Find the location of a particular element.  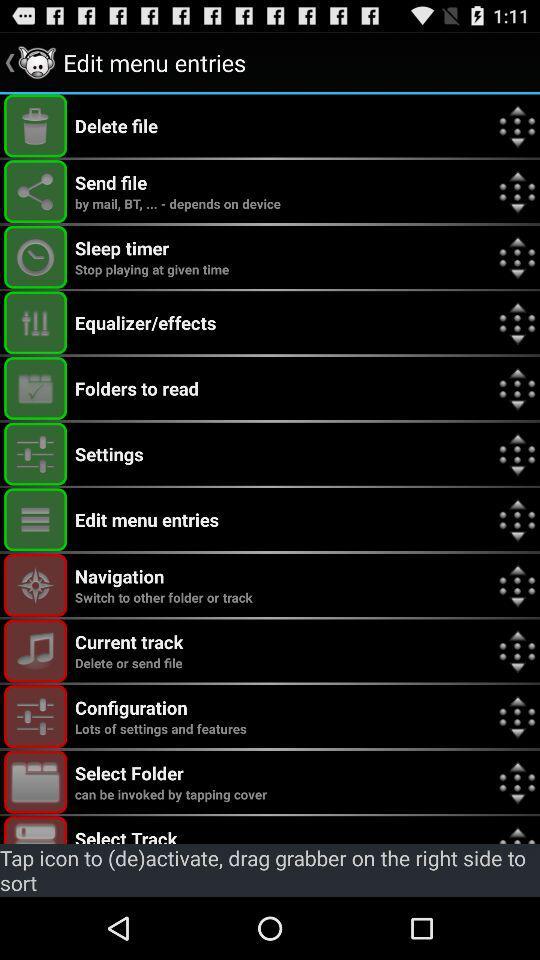

share options is located at coordinates (35, 191).